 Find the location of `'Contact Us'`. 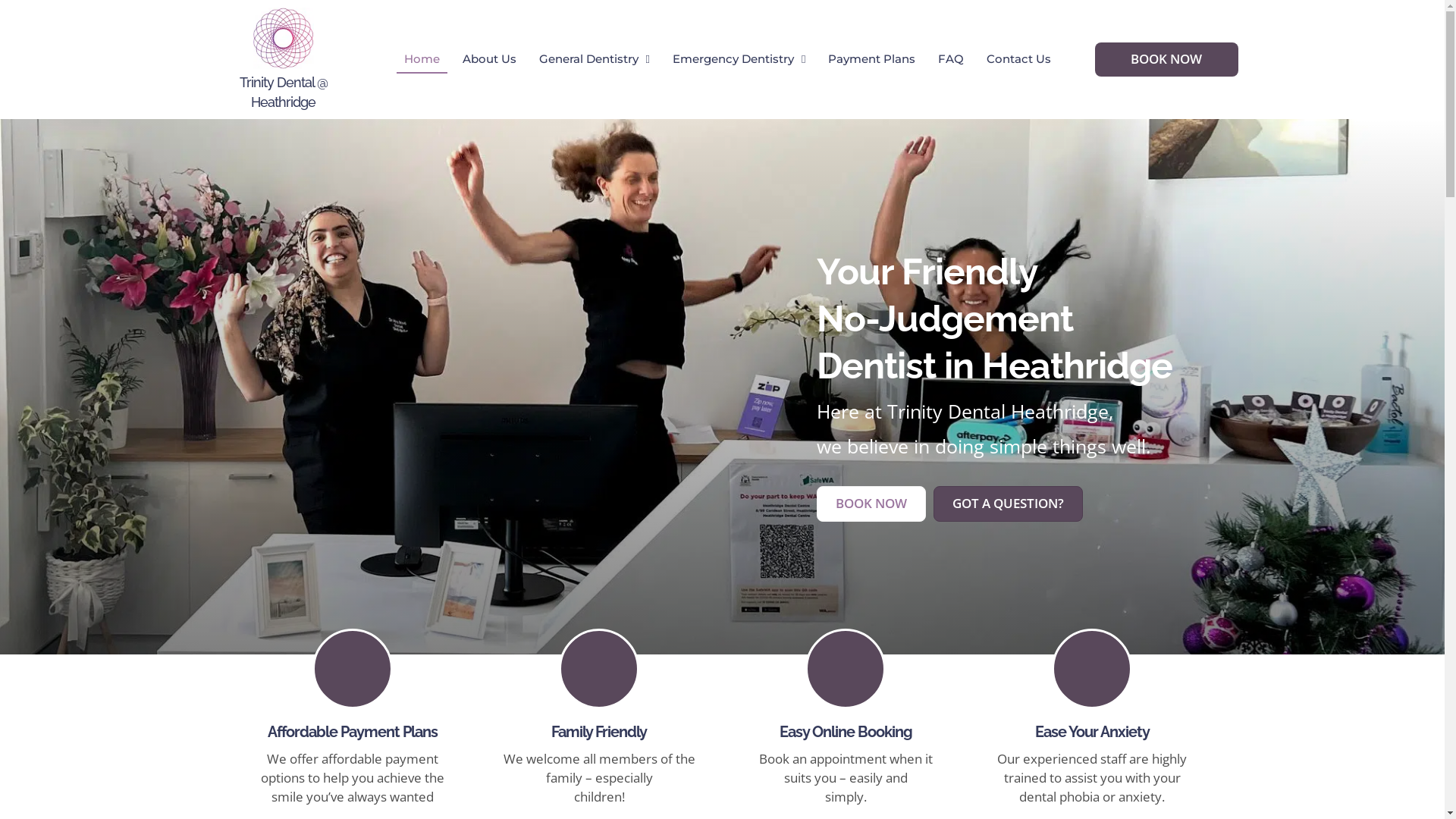

'Contact Us' is located at coordinates (1018, 58).